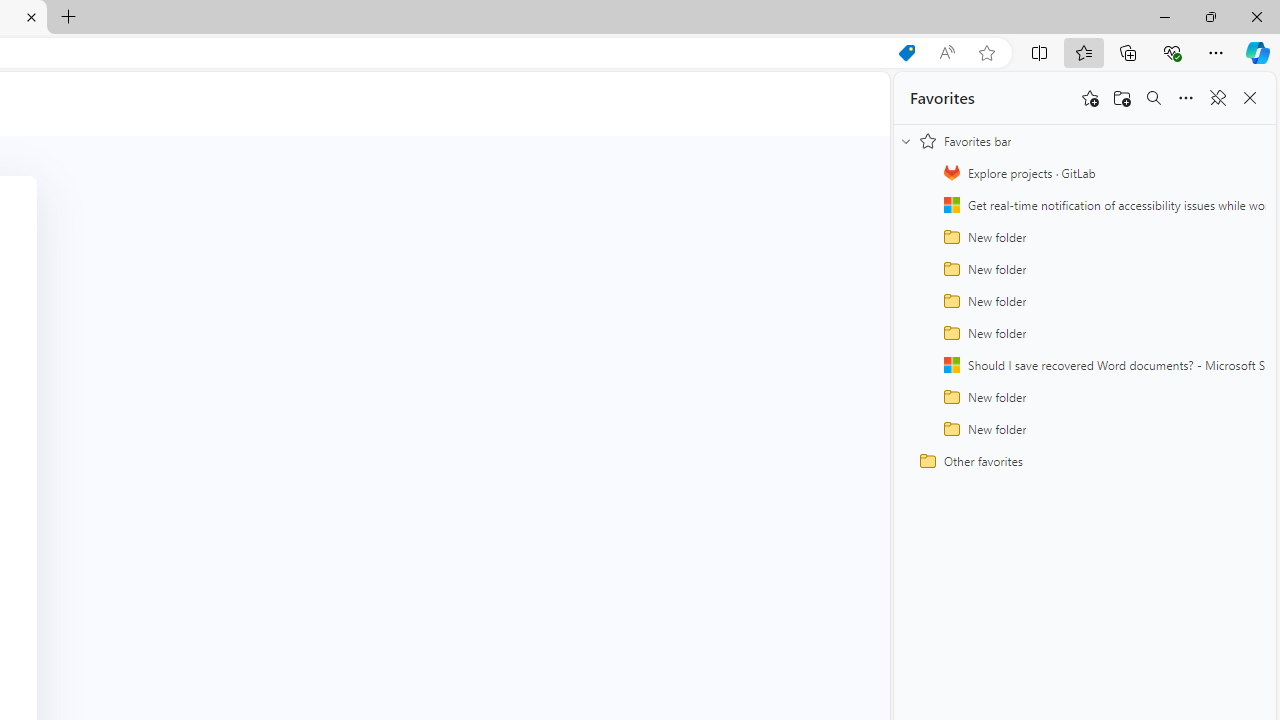  What do you see at coordinates (905, 52) in the screenshot?
I see `'Shopping in Microsoft Edge'` at bounding box center [905, 52].